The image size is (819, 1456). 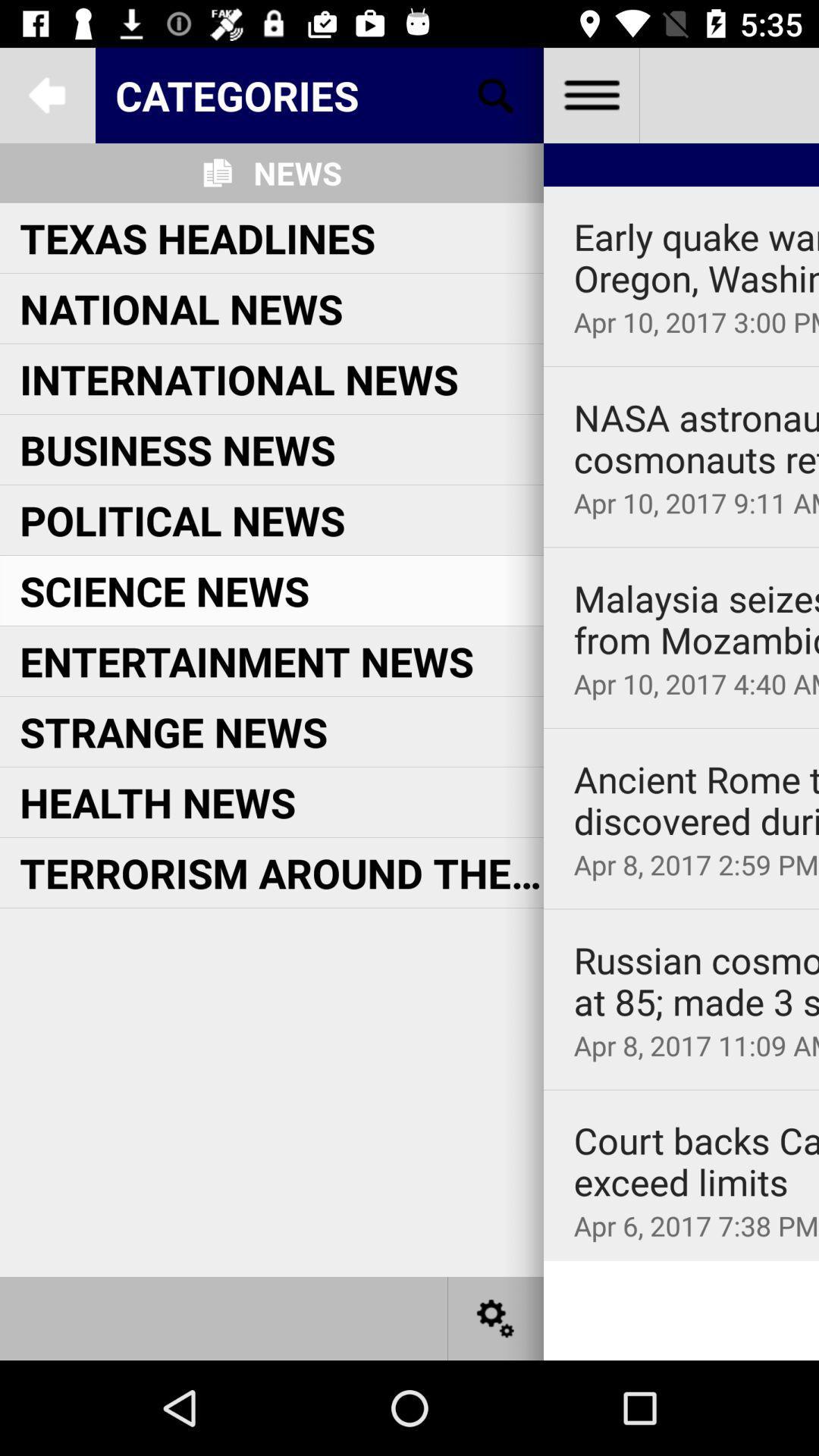 What do you see at coordinates (680, 546) in the screenshot?
I see `icon below apr 10 2017 item` at bounding box center [680, 546].